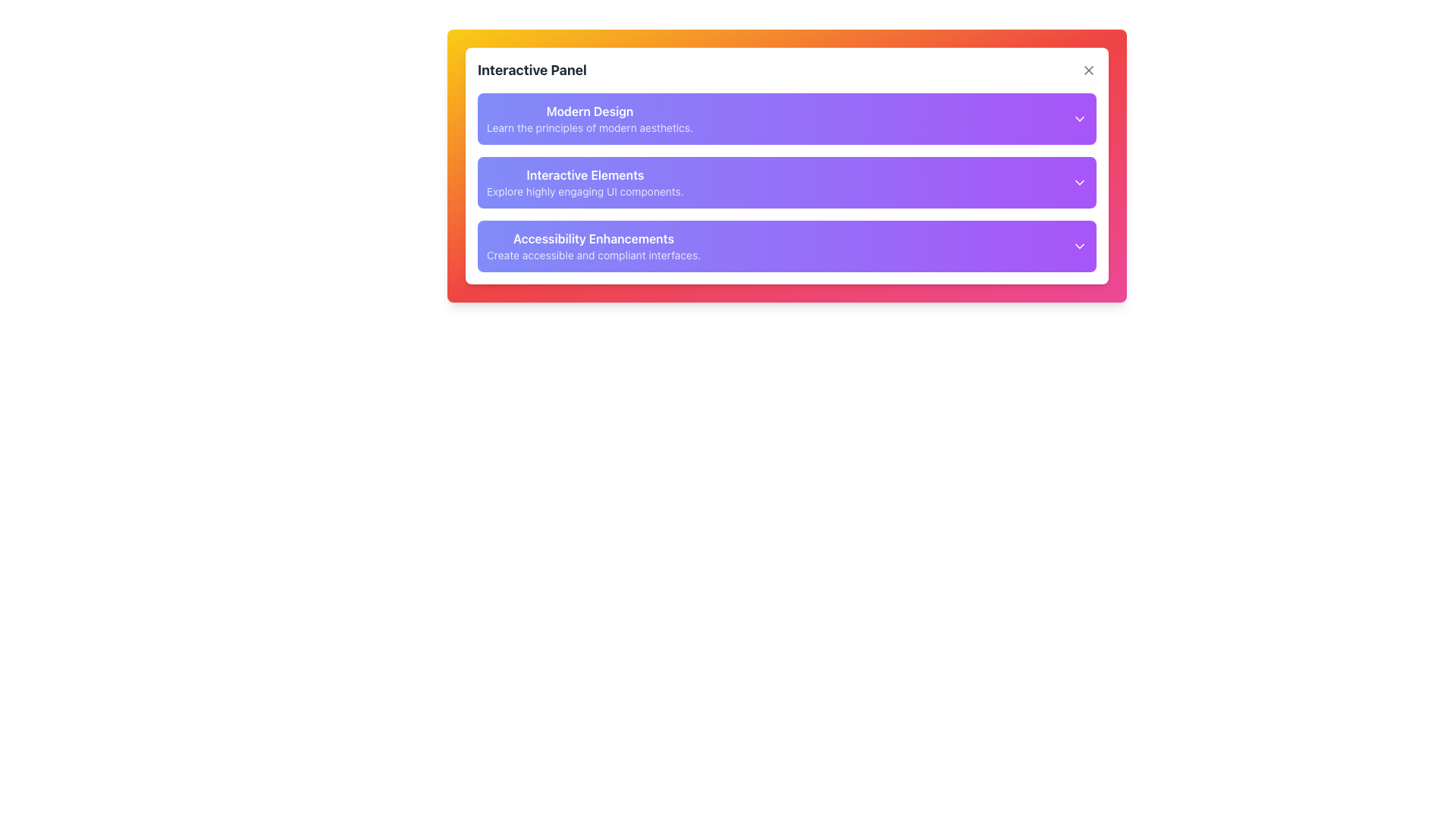 The image size is (1456, 819). I want to click on the text label displaying 'Explore highly engaging UI components.' which is located below the title 'Interactive Elements' in the second section of the 'Interactive Panel.', so click(585, 191).